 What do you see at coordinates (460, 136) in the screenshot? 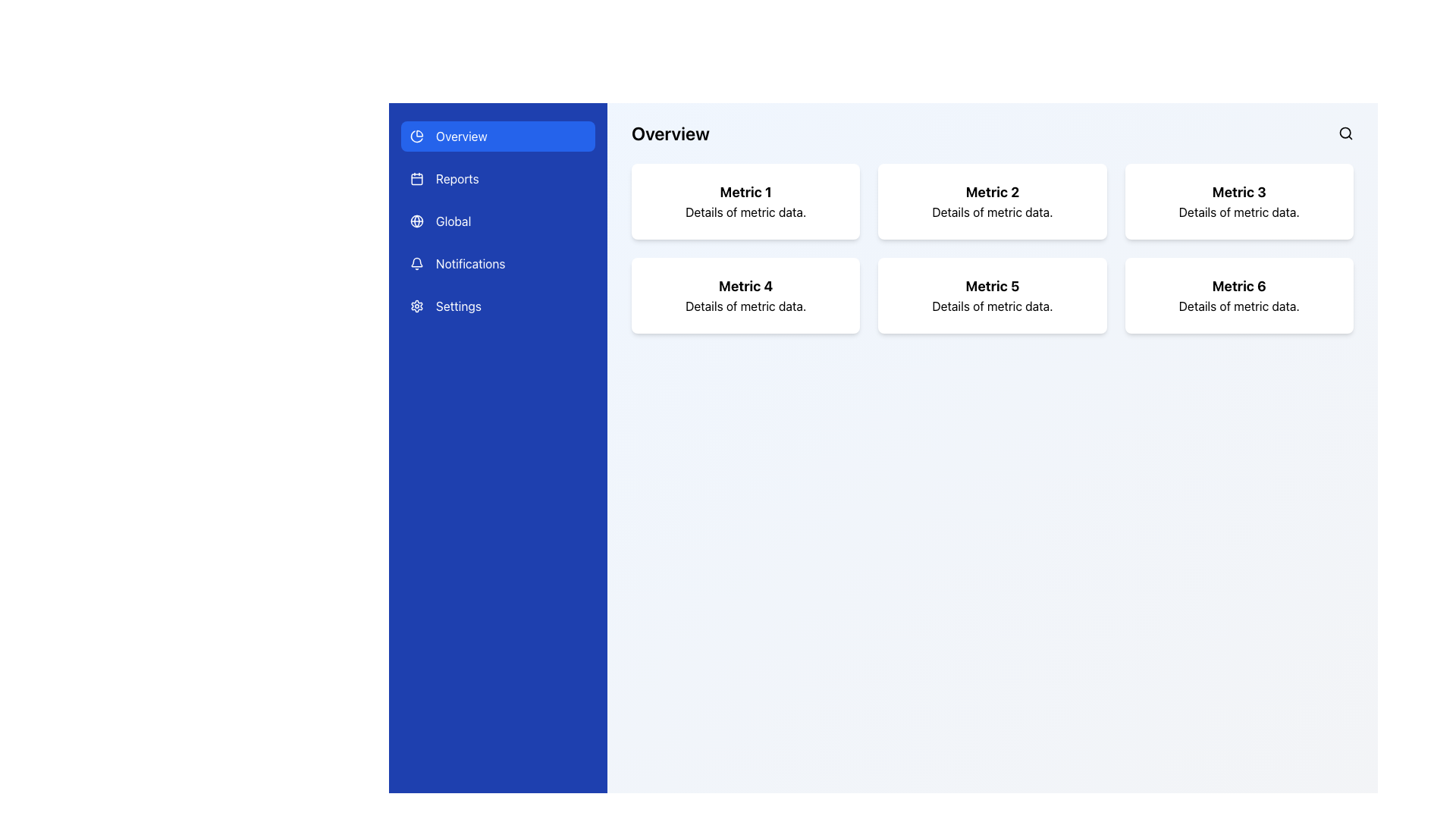
I see `the 'Overview' navigation menu item located at the top of the vertical menu on the left side of the interface` at bounding box center [460, 136].